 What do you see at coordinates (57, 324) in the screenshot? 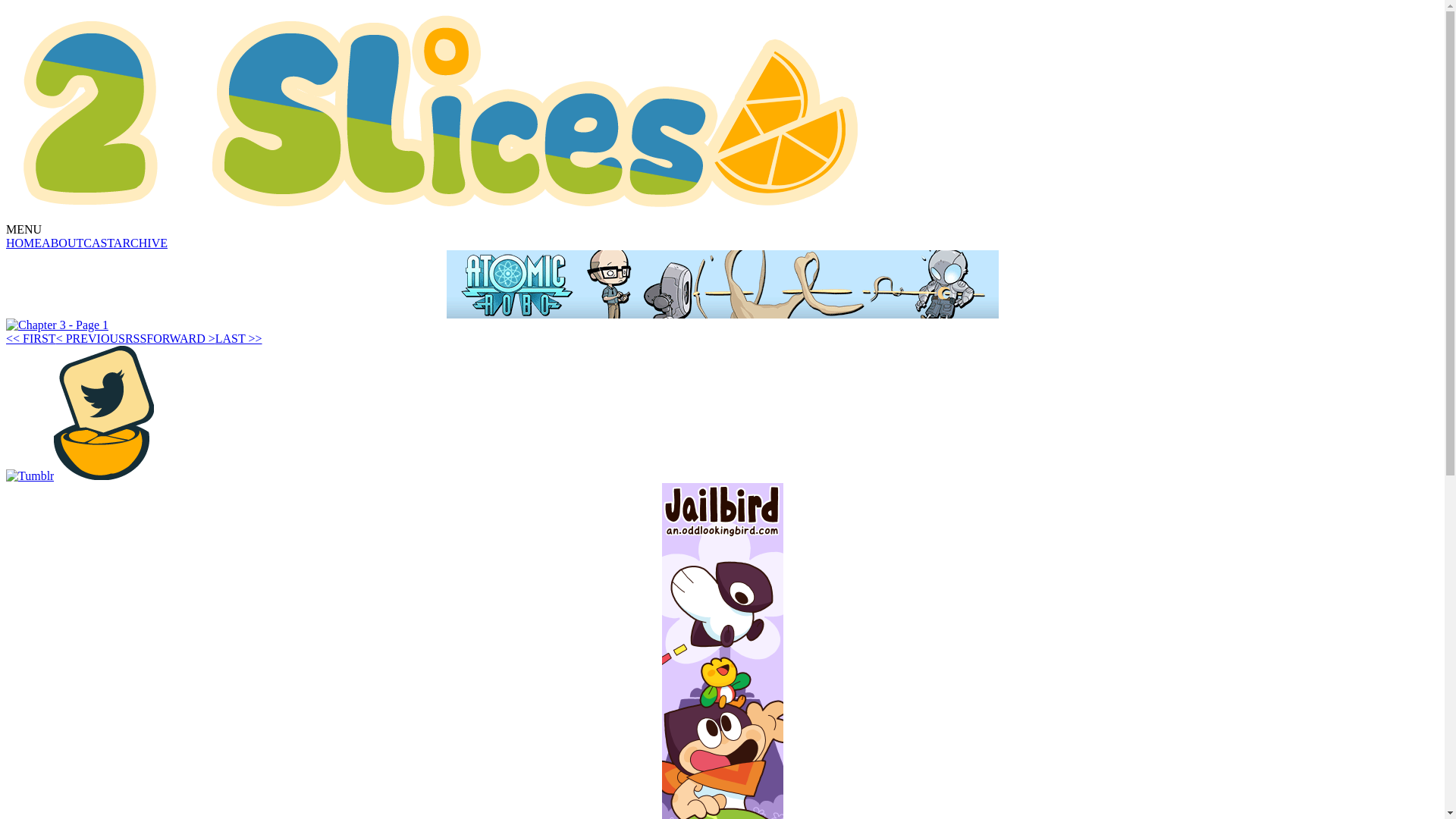
I see `'Chapter 3 - Page 1'` at bounding box center [57, 324].